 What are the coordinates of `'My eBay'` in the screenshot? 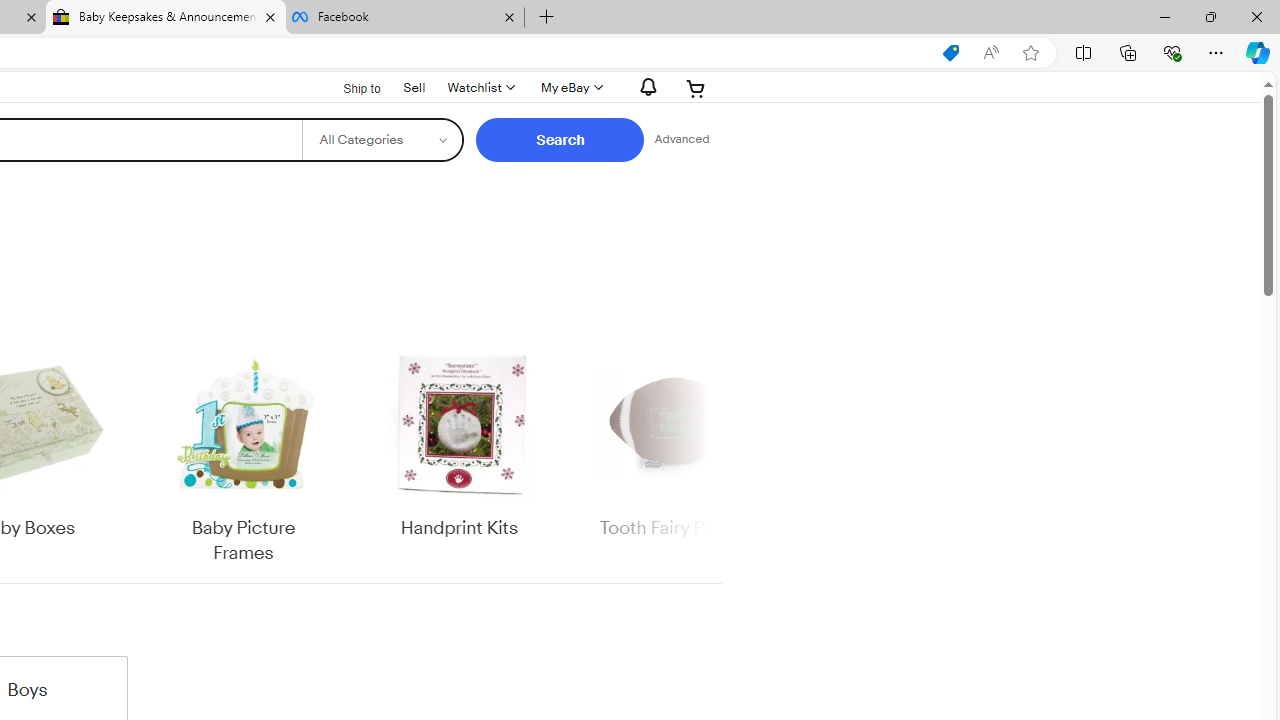 It's located at (569, 87).